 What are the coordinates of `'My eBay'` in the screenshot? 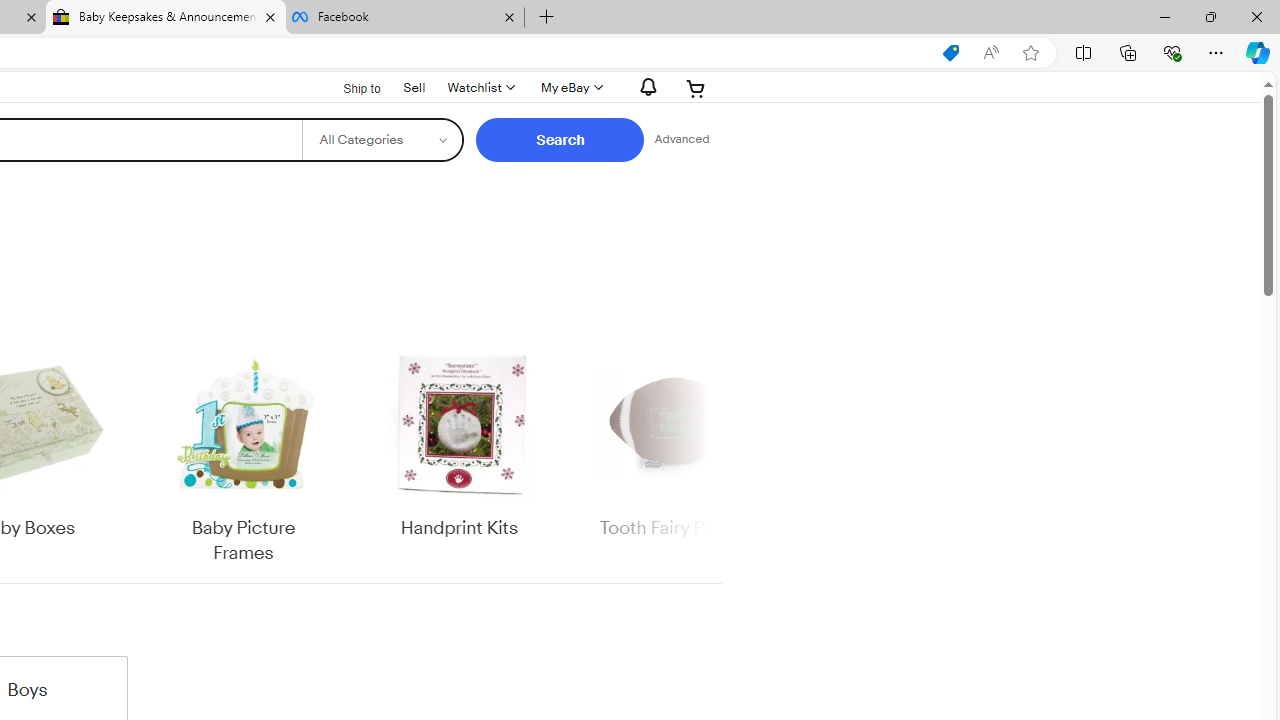 It's located at (569, 87).